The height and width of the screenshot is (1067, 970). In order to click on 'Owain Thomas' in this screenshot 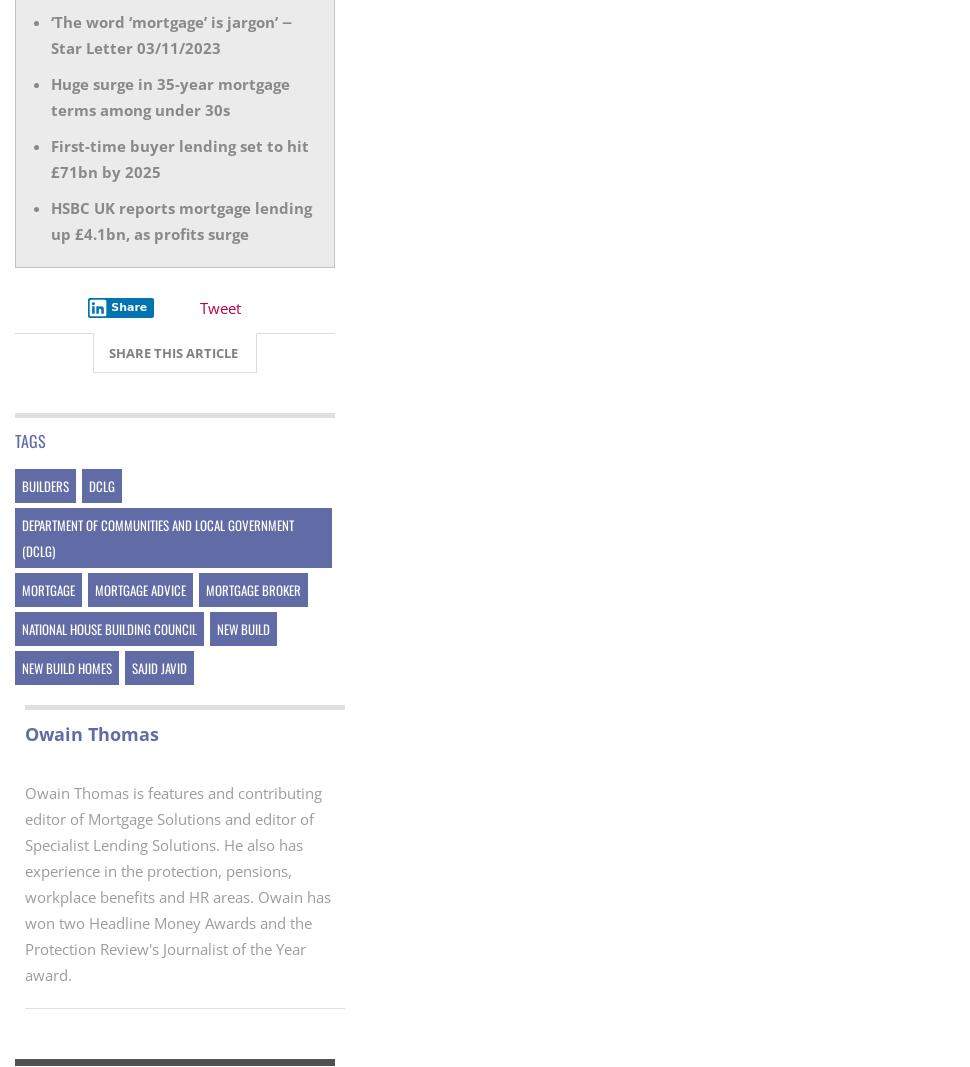, I will do `click(89, 732)`.